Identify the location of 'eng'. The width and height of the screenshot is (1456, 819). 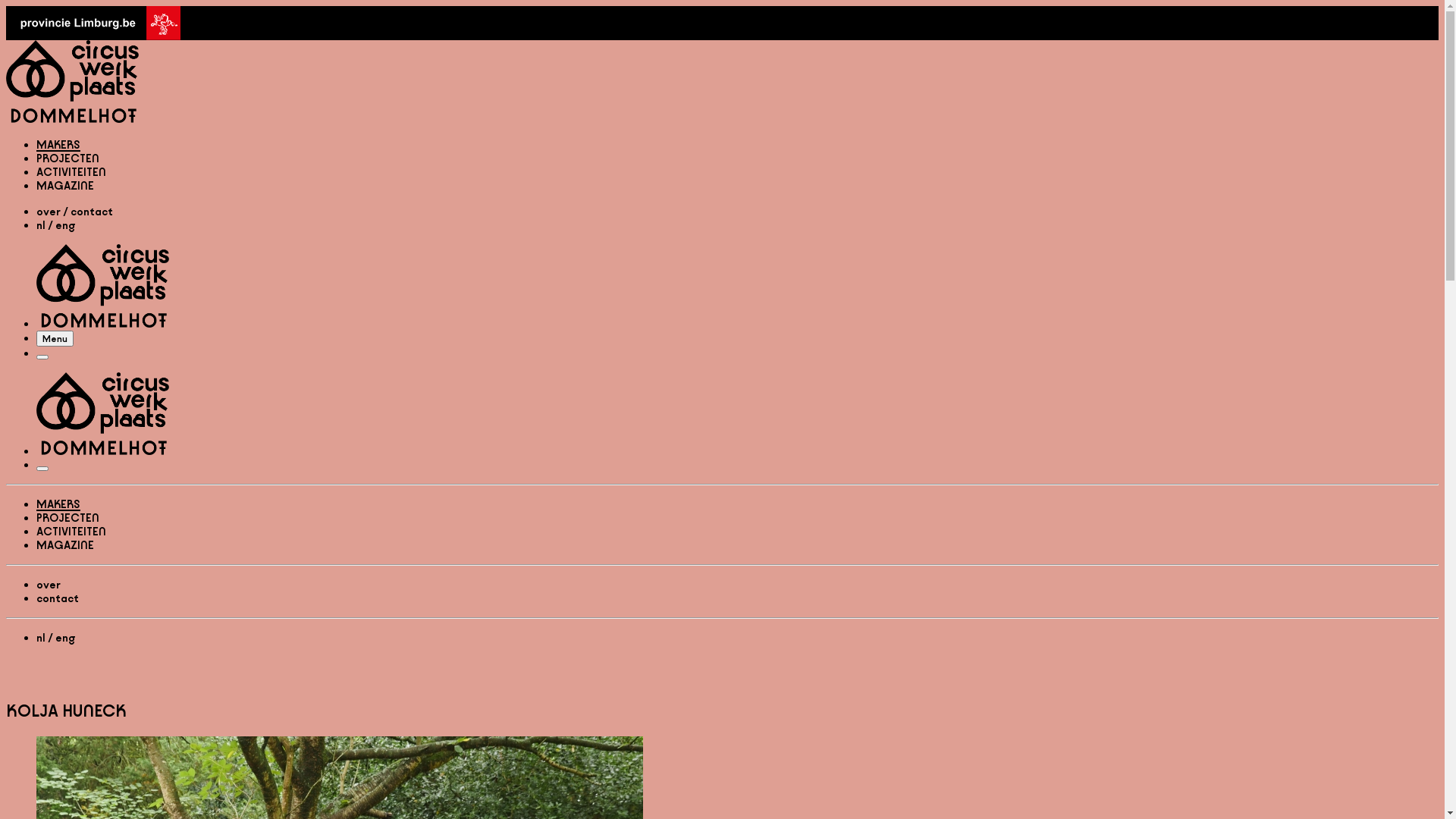
(64, 638).